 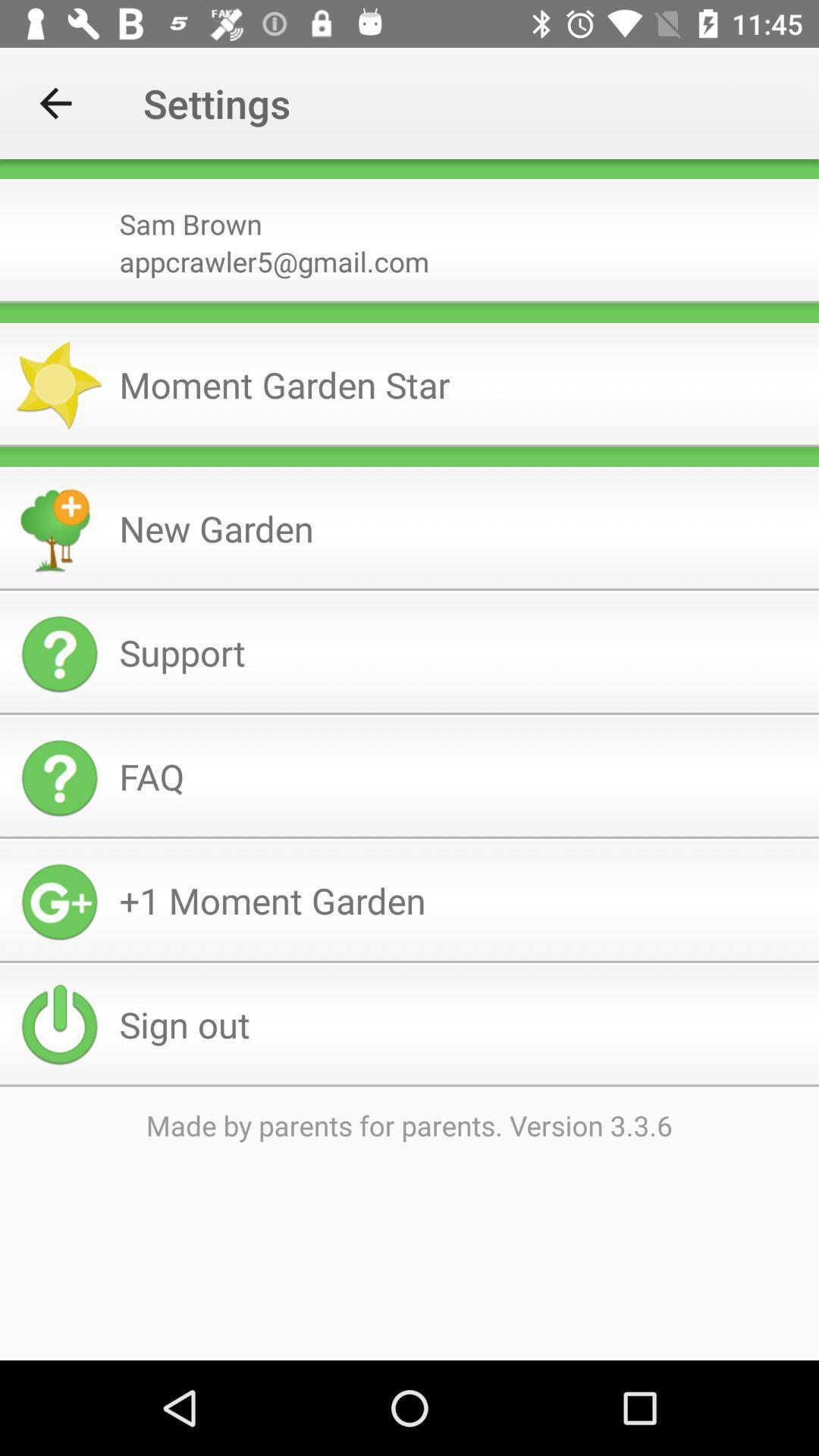 What do you see at coordinates (409, 169) in the screenshot?
I see `icon` at bounding box center [409, 169].